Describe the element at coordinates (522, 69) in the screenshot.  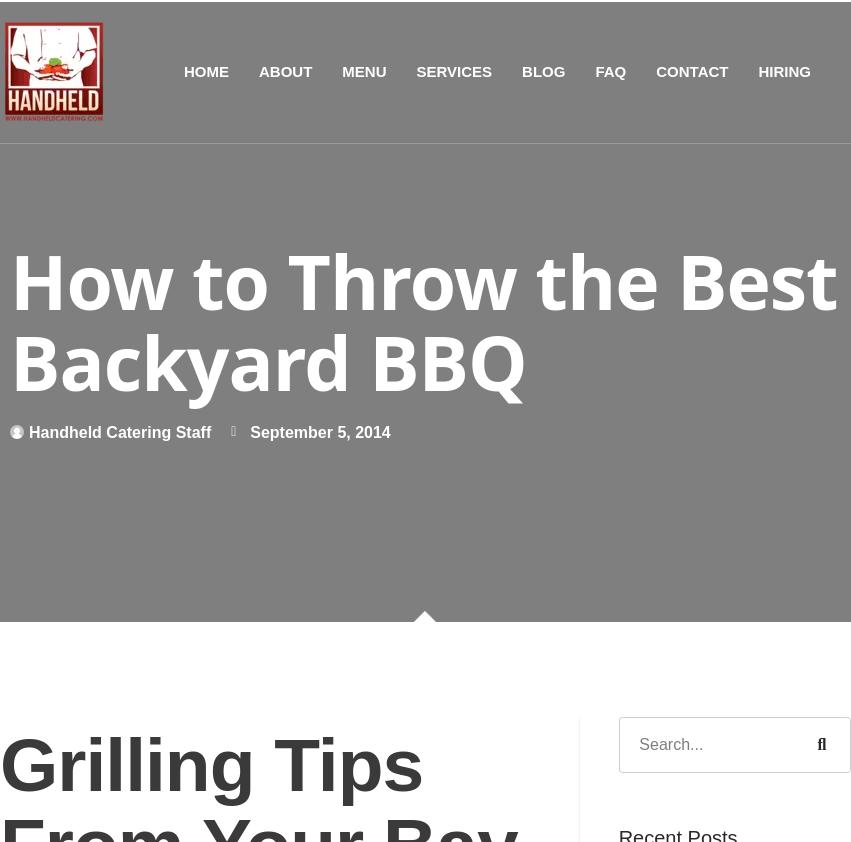
I see `'BLOG'` at that location.